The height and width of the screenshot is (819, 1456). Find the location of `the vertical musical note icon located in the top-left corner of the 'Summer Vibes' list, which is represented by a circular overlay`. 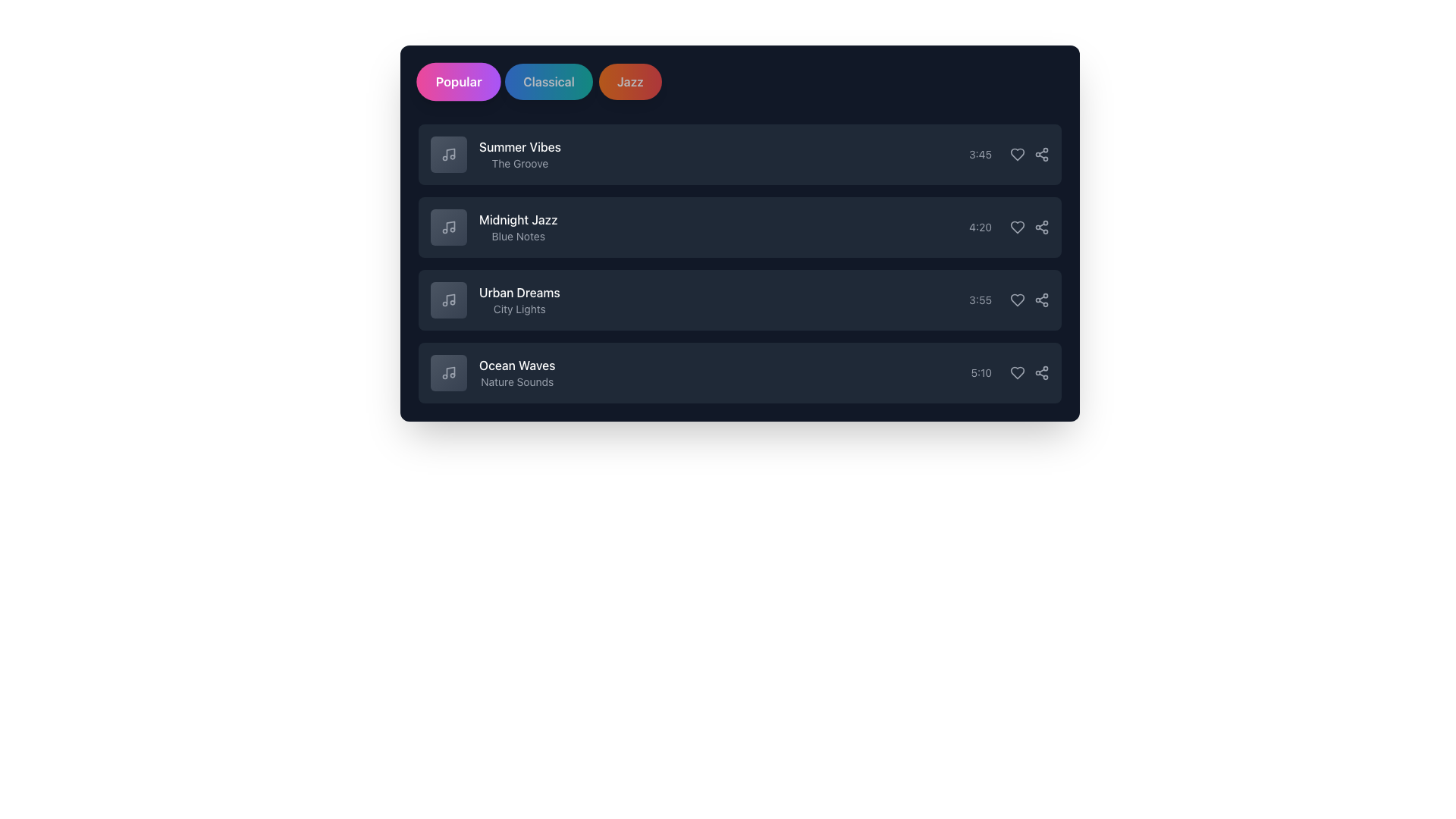

the vertical musical note icon located in the top-left corner of the 'Summer Vibes' list, which is represented by a circular overlay is located at coordinates (450, 153).